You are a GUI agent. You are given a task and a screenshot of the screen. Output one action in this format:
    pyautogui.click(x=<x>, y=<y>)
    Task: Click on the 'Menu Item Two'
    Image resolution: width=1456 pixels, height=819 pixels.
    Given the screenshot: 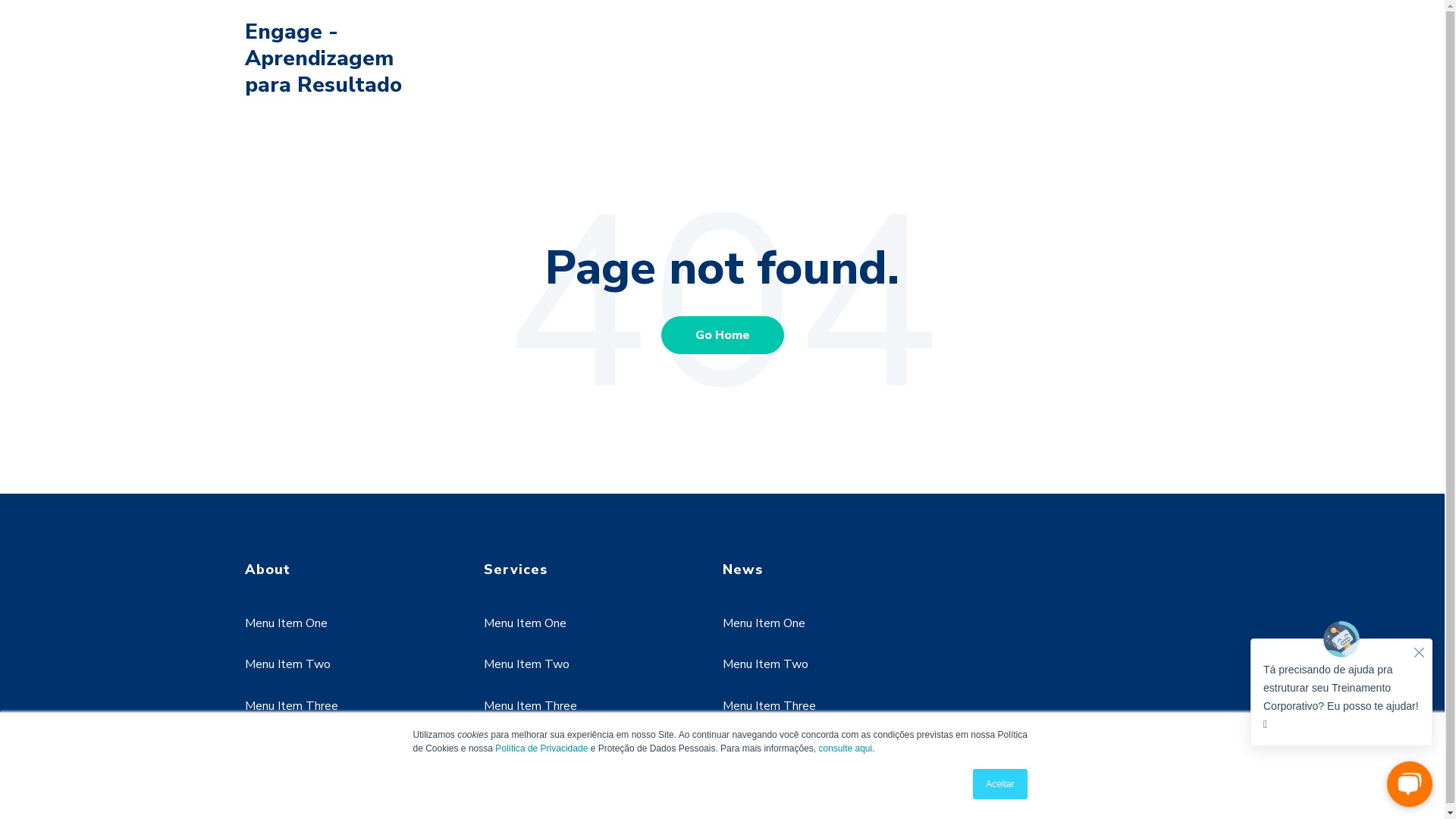 What is the action you would take?
    pyautogui.click(x=243, y=663)
    